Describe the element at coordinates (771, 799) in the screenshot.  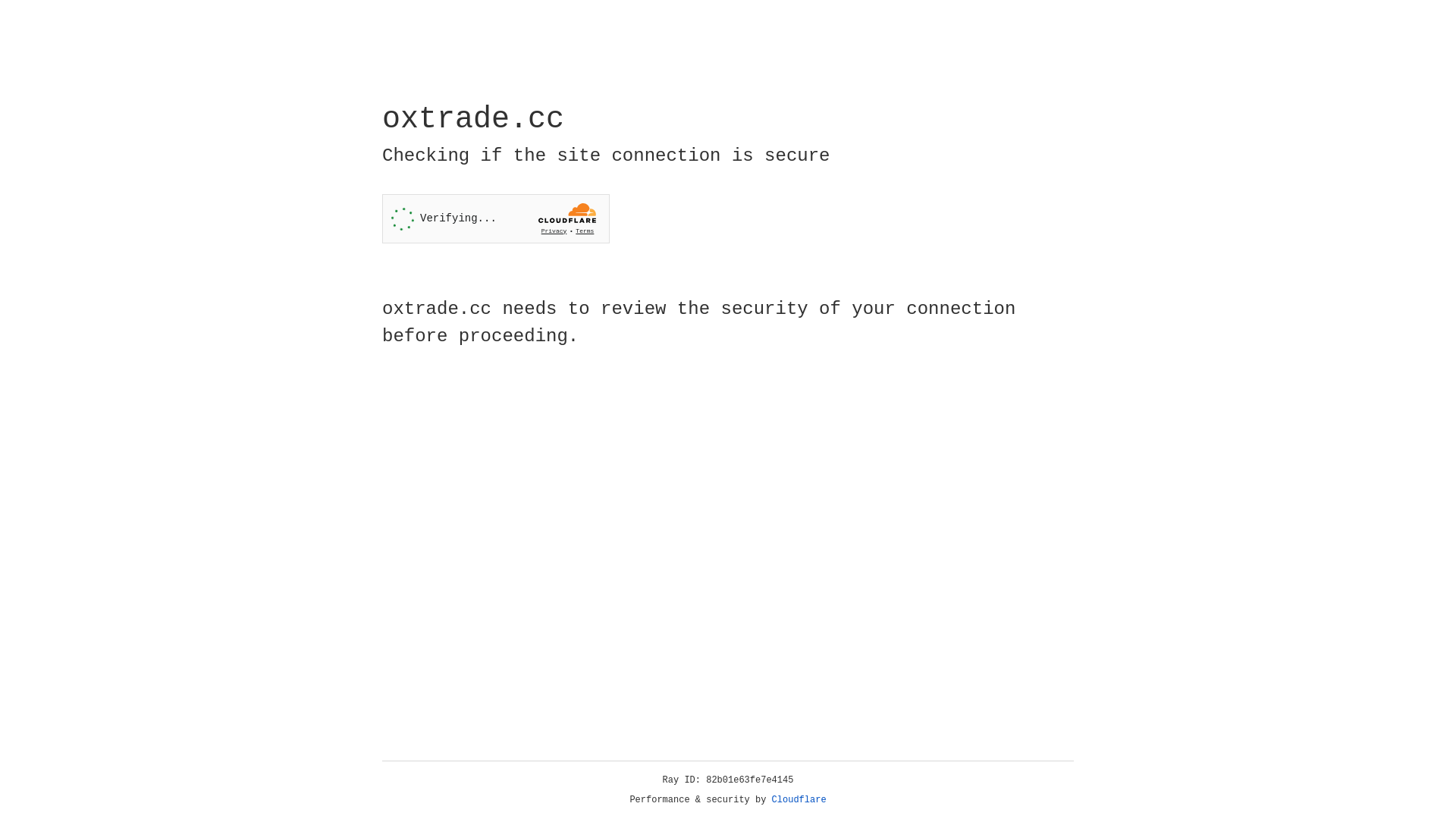
I see `'Cloudflare'` at that location.